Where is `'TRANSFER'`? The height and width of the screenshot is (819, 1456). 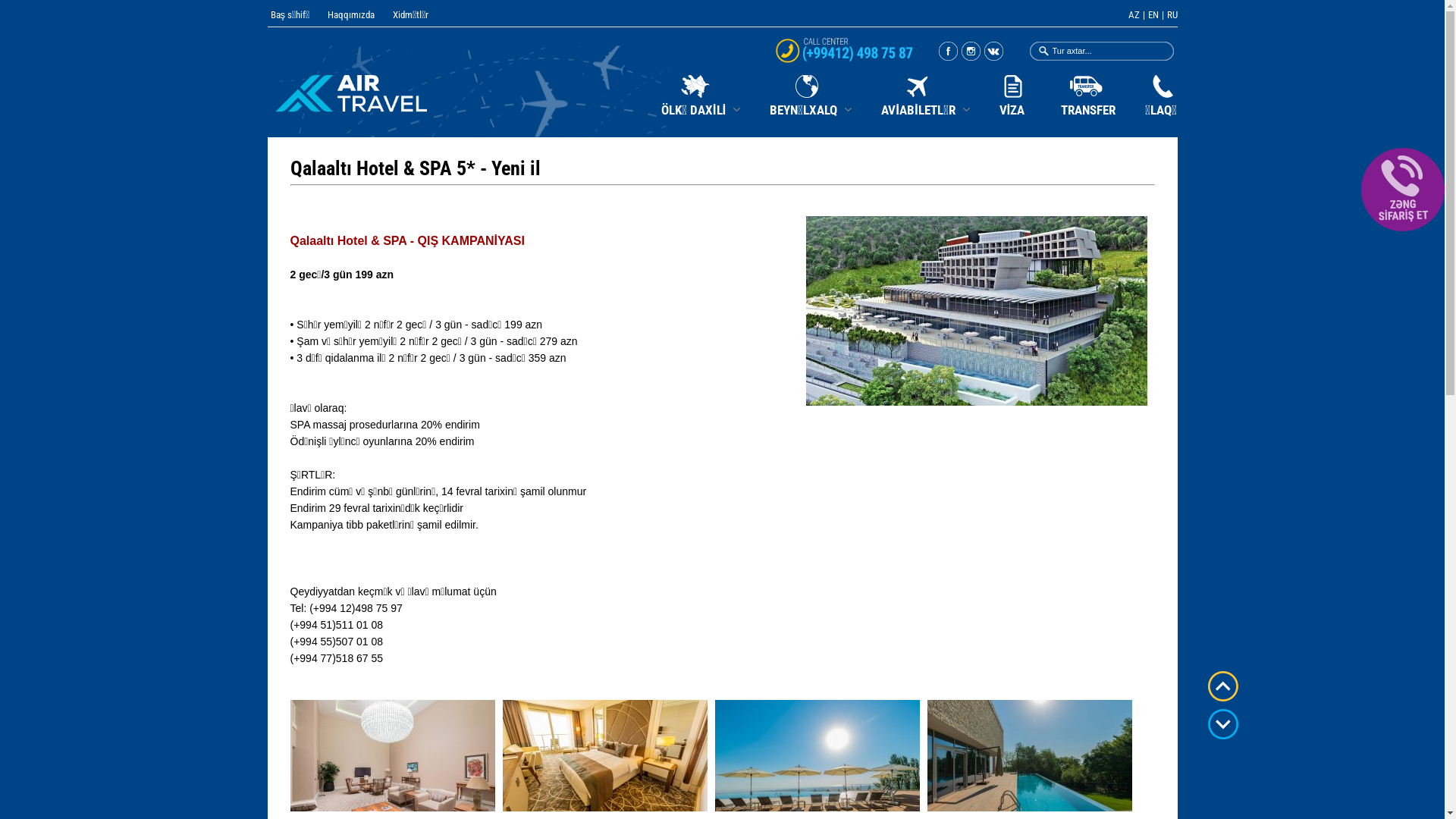
'TRANSFER' is located at coordinates (1087, 84).